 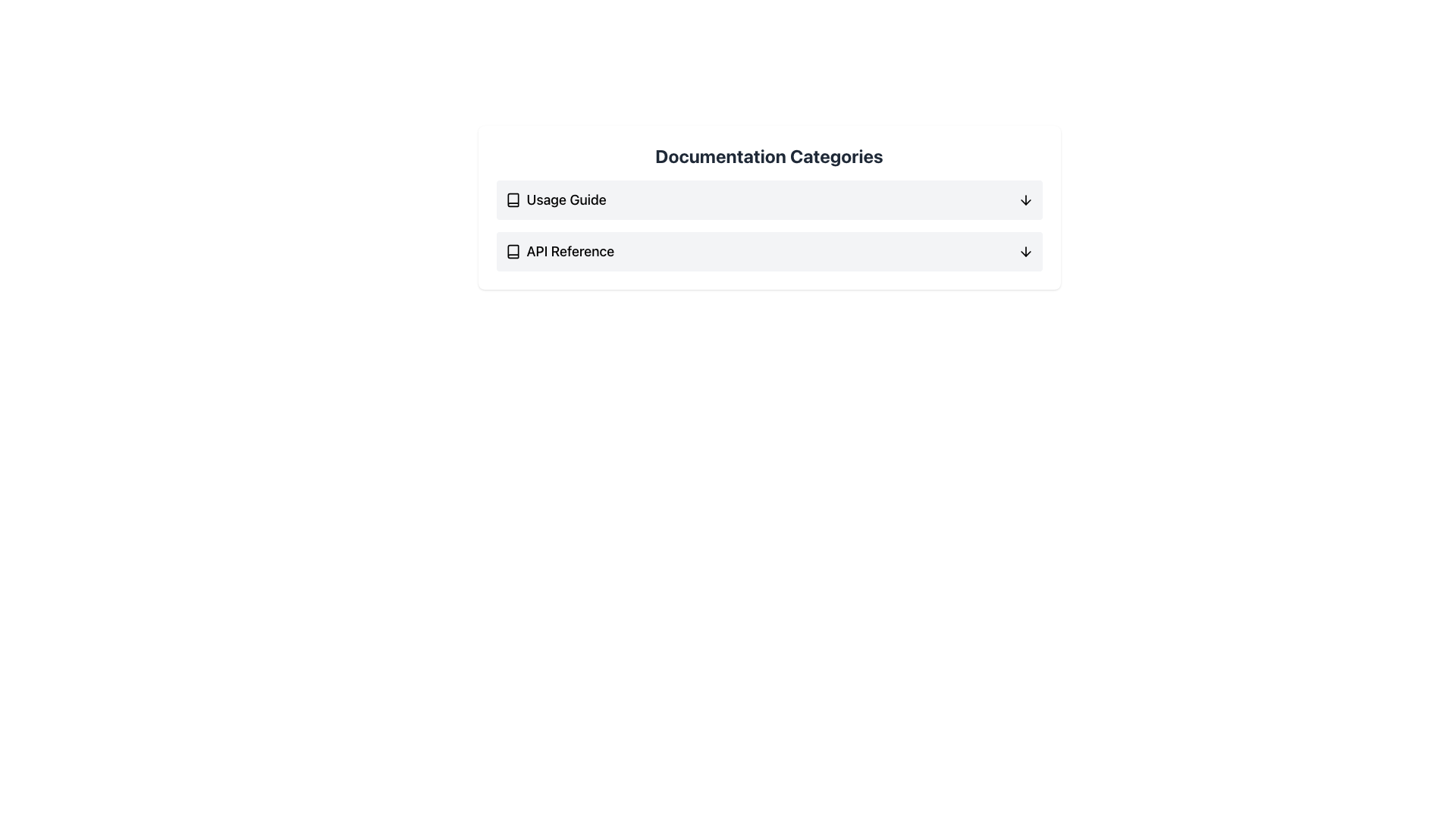 What do you see at coordinates (513, 199) in the screenshot?
I see `the non-interactive icon representing the first documentation category, located to the left of the 'Usage Guide' text` at bounding box center [513, 199].